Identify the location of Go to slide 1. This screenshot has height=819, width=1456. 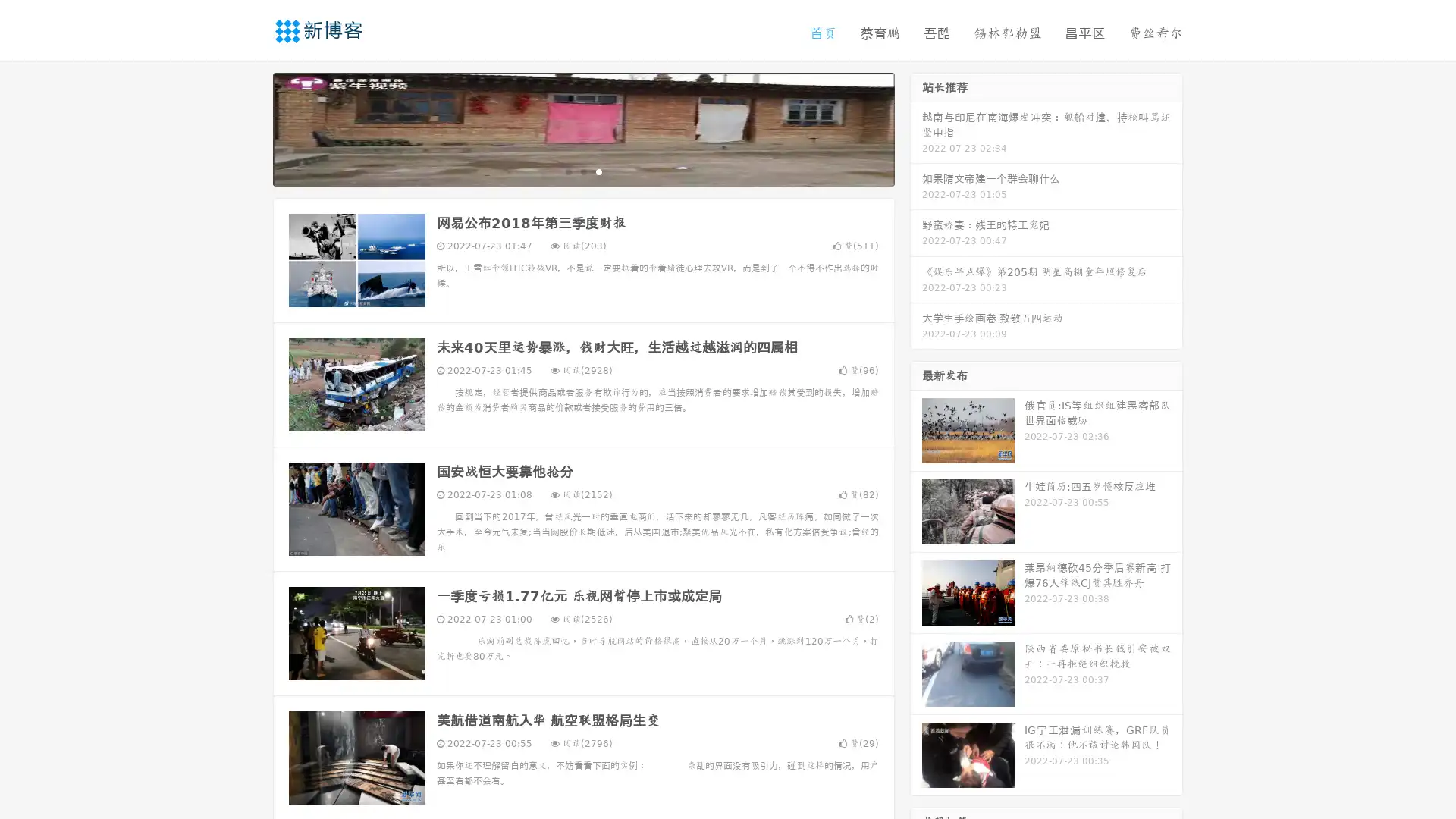
(567, 171).